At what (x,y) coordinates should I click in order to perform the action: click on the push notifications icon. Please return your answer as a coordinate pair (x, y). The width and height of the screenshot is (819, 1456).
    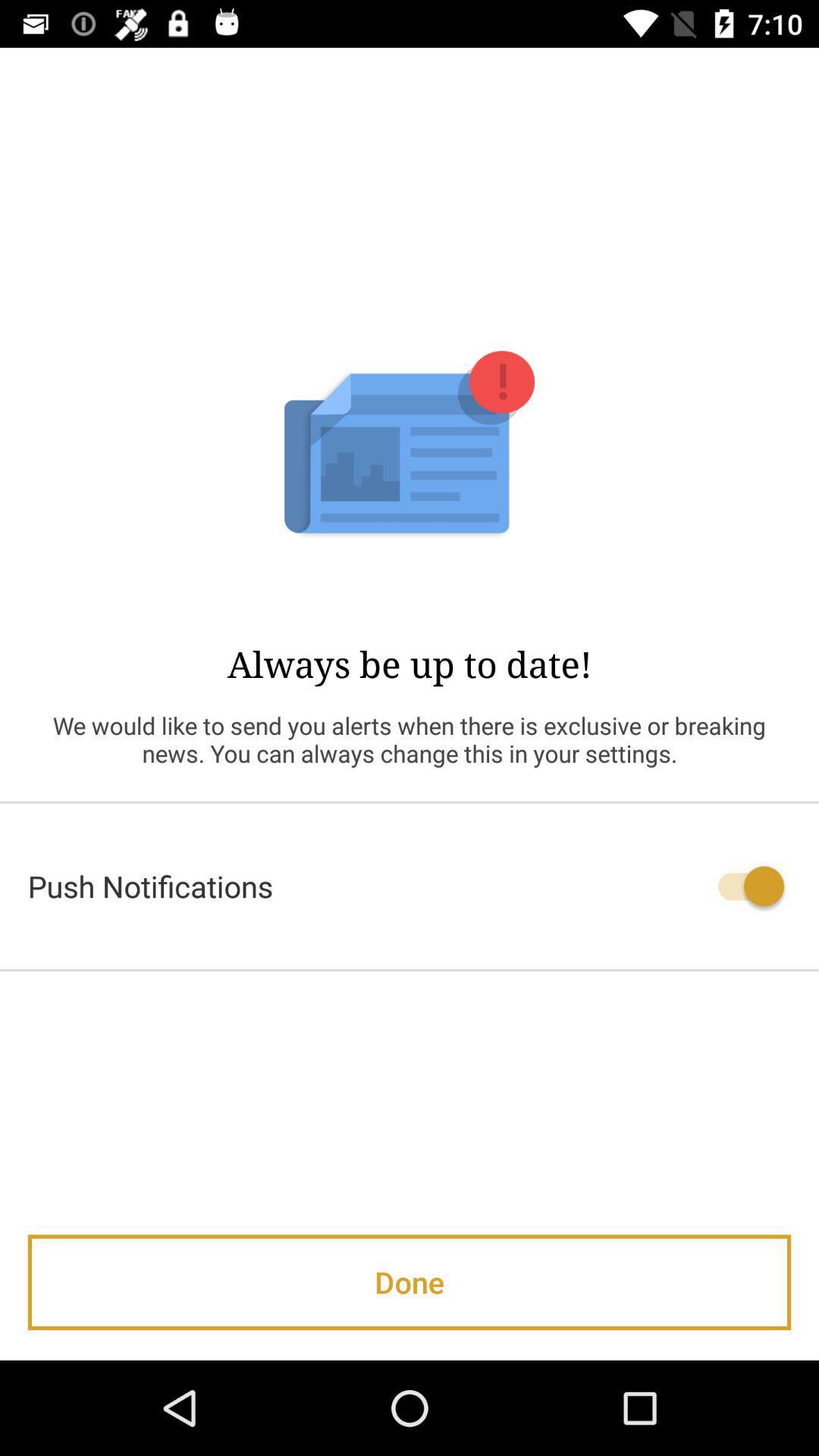
    Looking at the image, I should click on (409, 886).